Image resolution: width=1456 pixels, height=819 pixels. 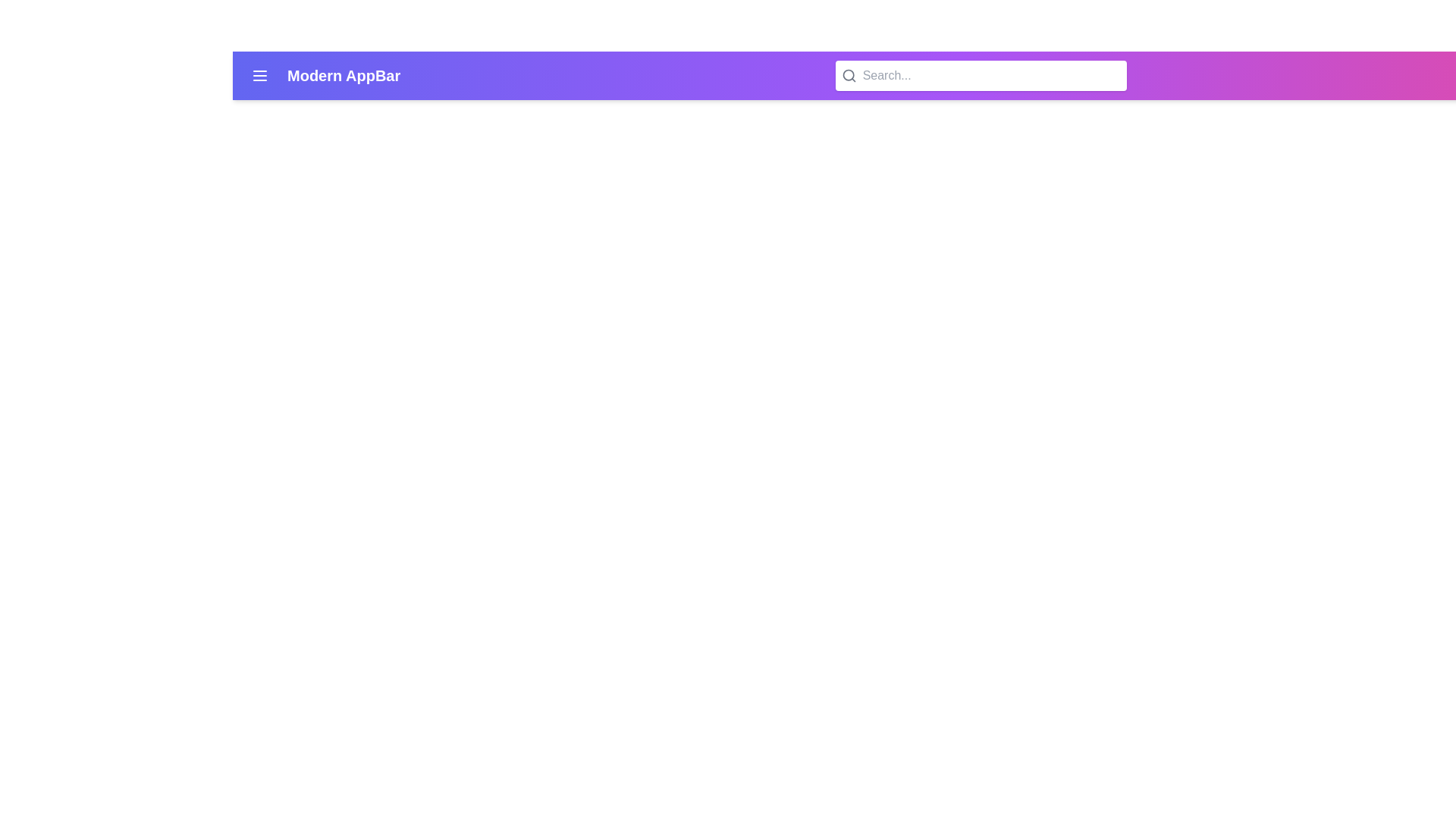 I want to click on visible text from the text label displaying 'Modern AppBar', which is styled with a large bold font in white color and located on a gradient purple navigation bar, so click(x=343, y=76).